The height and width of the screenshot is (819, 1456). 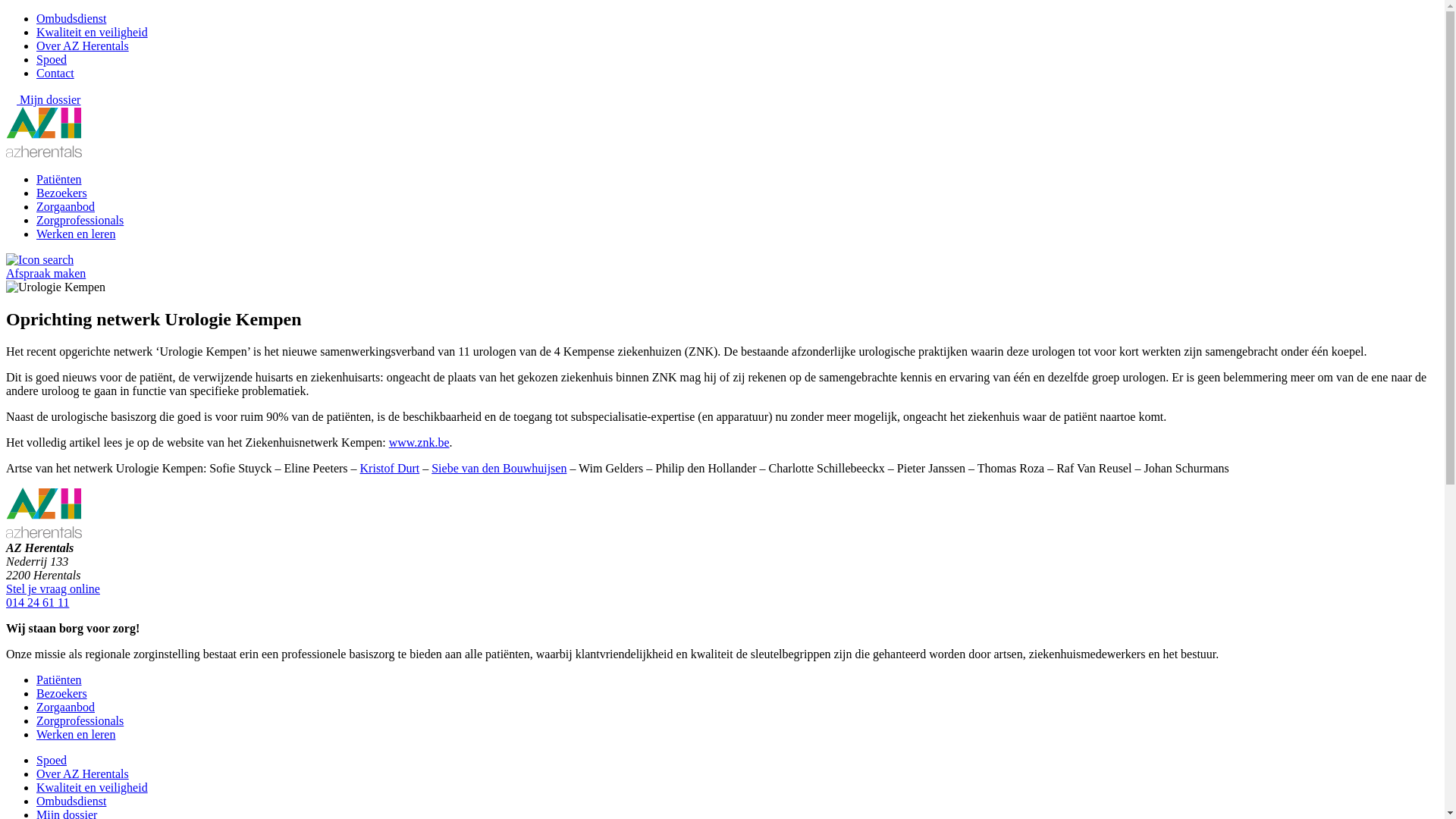 What do you see at coordinates (53, 588) in the screenshot?
I see `'Stel je vraag online'` at bounding box center [53, 588].